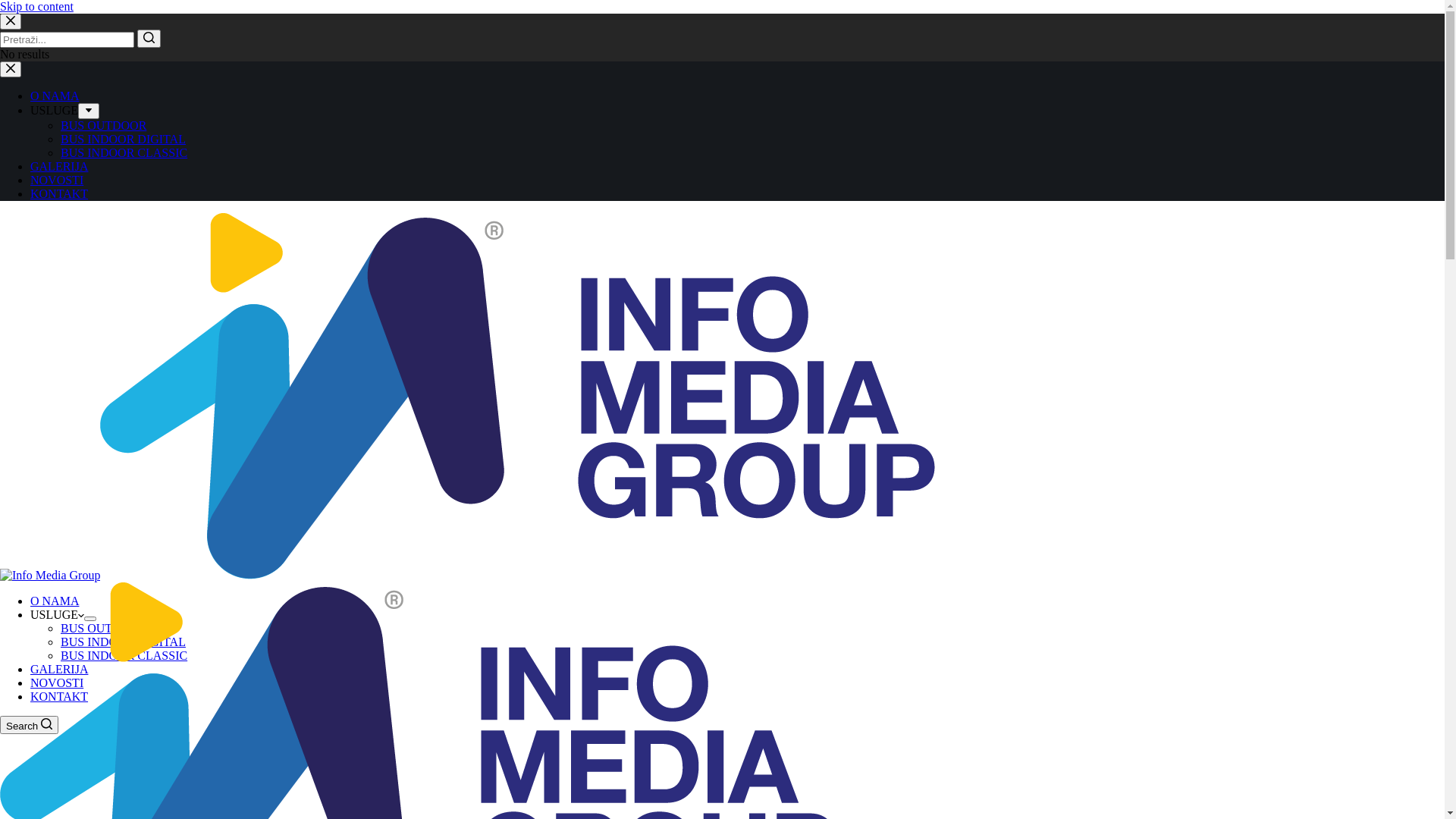 The width and height of the screenshot is (1456, 819). What do you see at coordinates (124, 152) in the screenshot?
I see `'BUS INDOOR CLASSIC'` at bounding box center [124, 152].